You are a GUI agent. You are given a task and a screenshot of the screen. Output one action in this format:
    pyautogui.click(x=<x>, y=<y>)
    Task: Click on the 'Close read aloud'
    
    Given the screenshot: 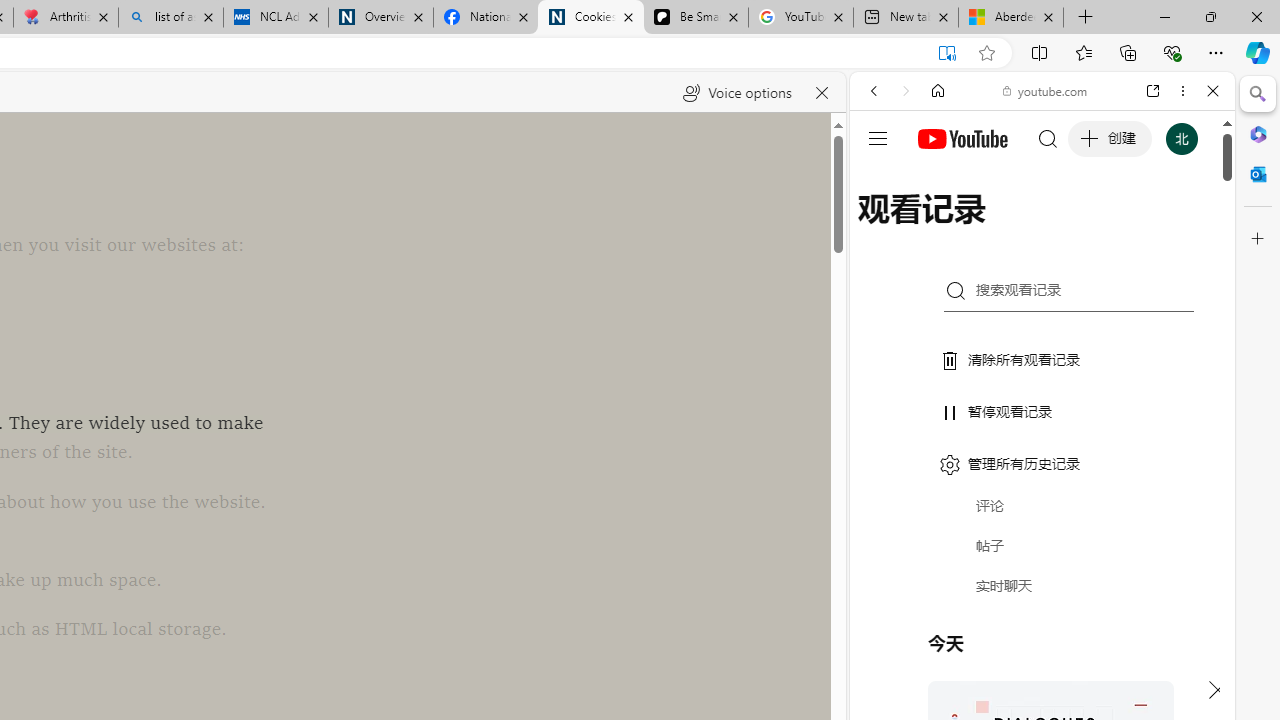 What is the action you would take?
    pyautogui.click(x=821, y=92)
    